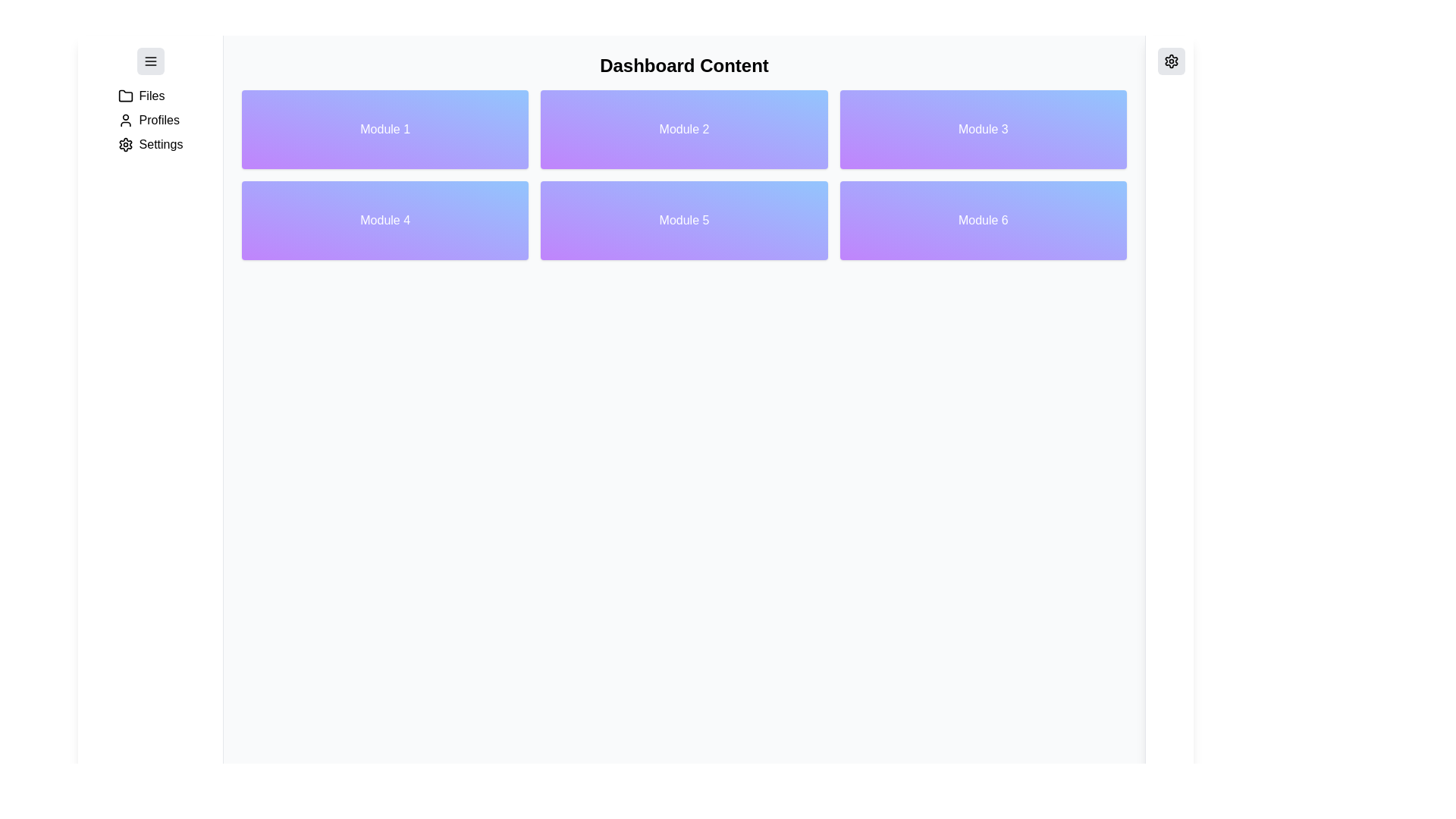 The width and height of the screenshot is (1456, 819). Describe the element at coordinates (150, 61) in the screenshot. I see `the menu toggle button located in the upper left corner of the vertical sidebar` at that location.